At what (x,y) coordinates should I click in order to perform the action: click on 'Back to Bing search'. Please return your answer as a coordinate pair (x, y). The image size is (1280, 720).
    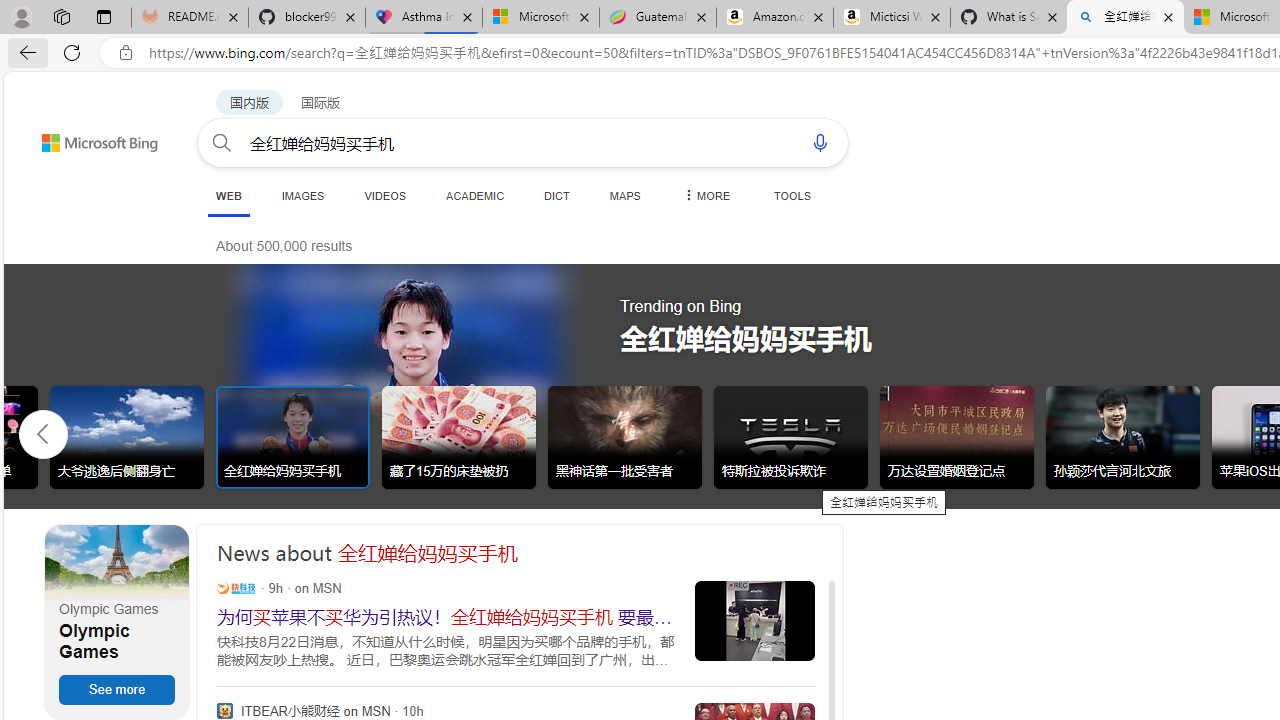
    Looking at the image, I should click on (86, 137).